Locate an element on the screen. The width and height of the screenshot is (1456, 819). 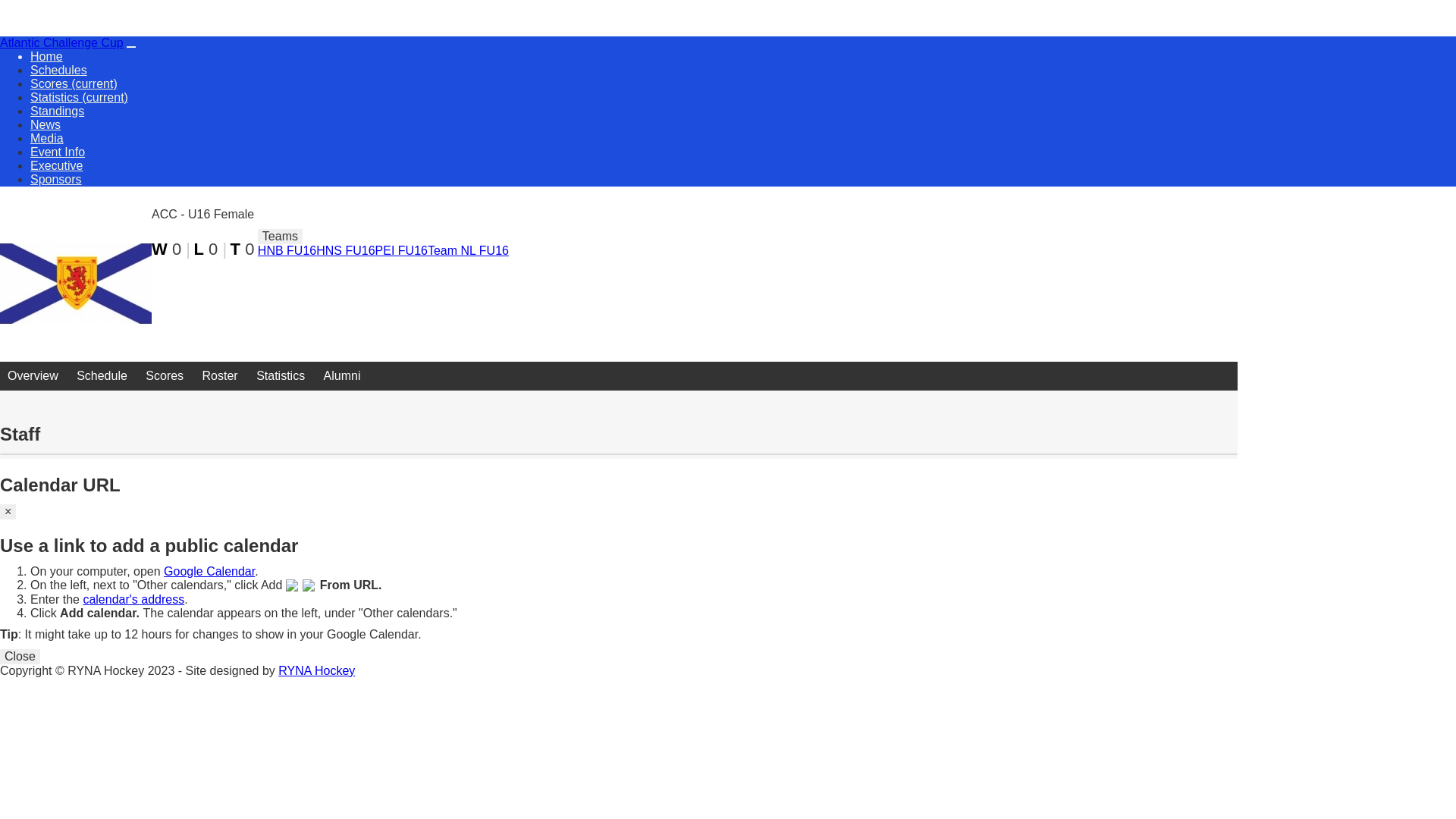
'RYNA Hockey' is located at coordinates (315, 670).